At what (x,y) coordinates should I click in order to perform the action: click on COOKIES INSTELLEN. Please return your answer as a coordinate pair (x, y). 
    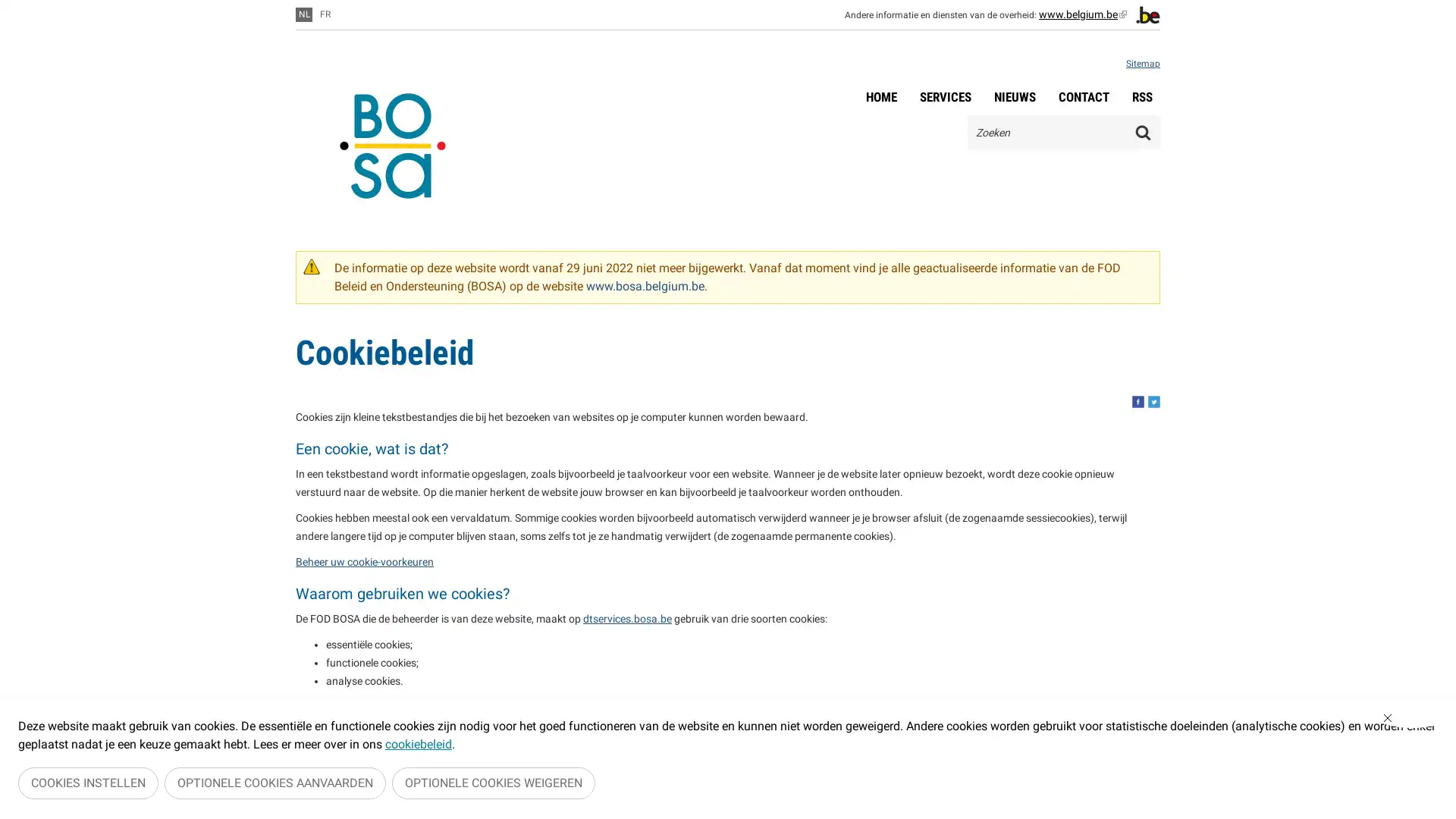
    Looking at the image, I should click on (87, 784).